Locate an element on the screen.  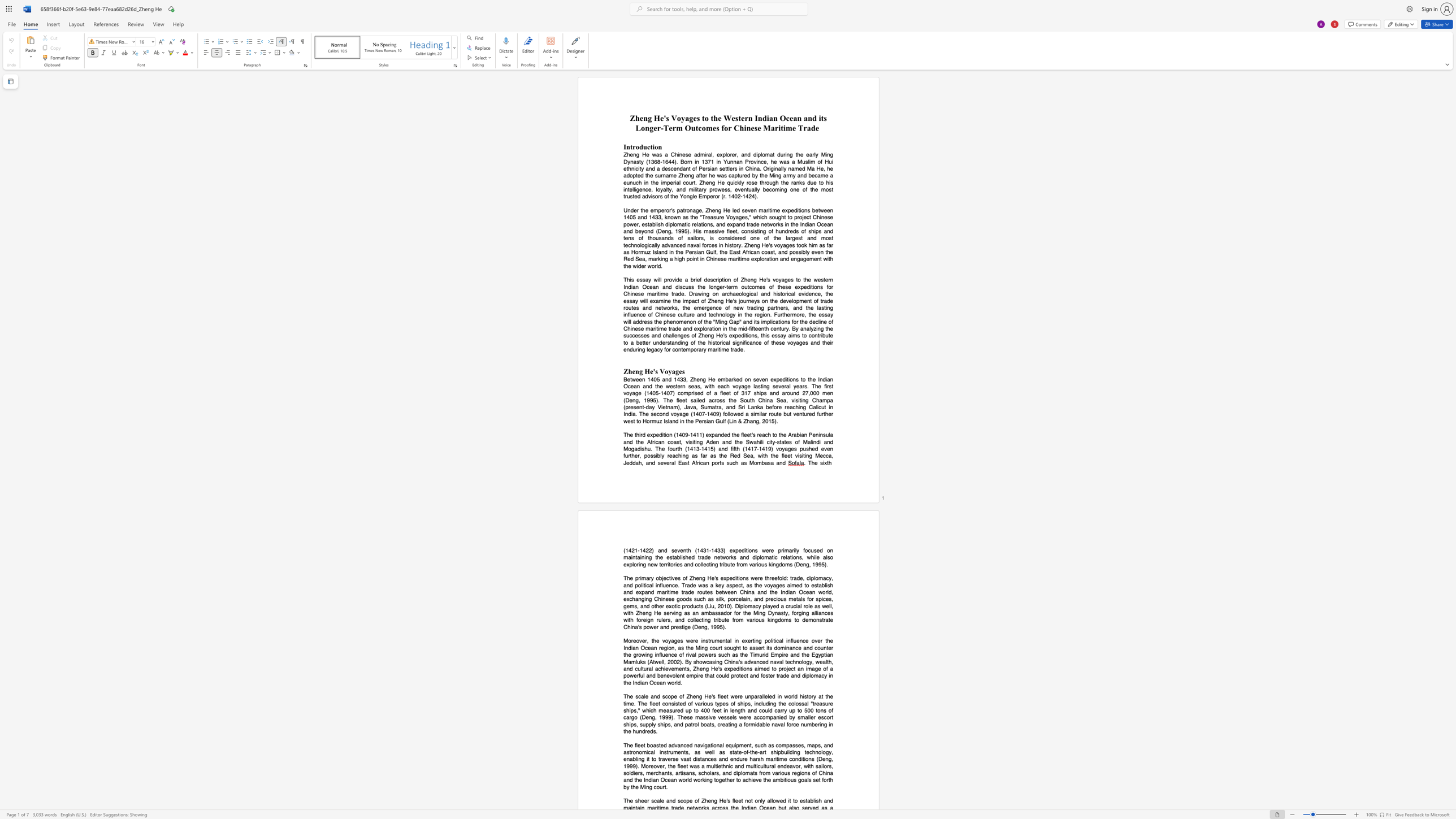
the subset text "t." within the text "shipbuilding technology, enabling it to traverse vast distances and endure harsh maritime conditions (Deng, 1999). Moreover, the fleet was a multiethnic and multicultural endeavor, with sailors, soldiers, merchants, artisans, scholars, and diplomats from various regions of China and the Indian Ocean world working together to achieve the ambitious goals set forth by the Ming court." is located at coordinates (664, 787).